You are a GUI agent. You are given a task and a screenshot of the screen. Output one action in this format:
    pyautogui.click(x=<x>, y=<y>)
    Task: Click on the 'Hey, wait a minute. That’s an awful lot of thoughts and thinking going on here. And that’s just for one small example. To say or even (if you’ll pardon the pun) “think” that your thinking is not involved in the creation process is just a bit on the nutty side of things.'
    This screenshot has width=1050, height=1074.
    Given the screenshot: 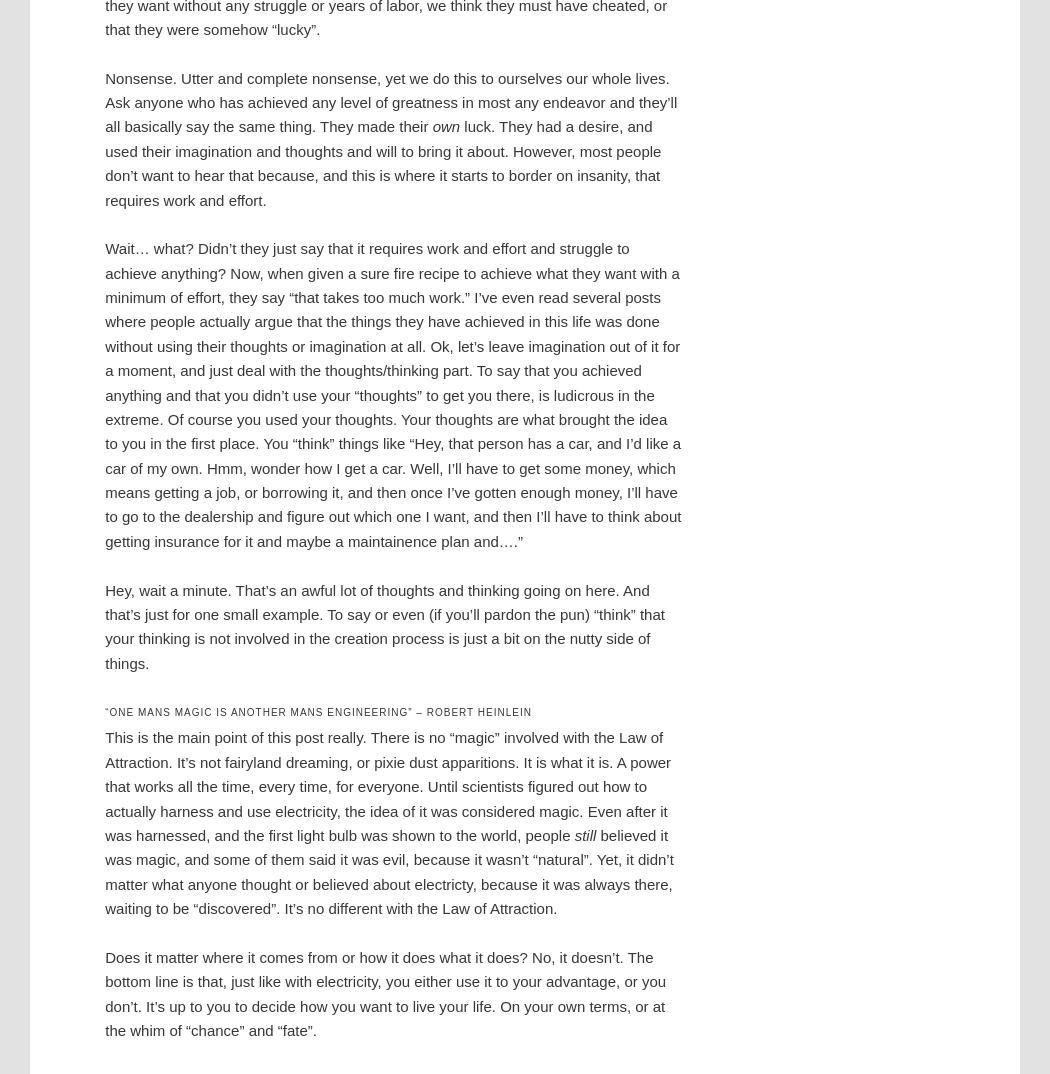 What is the action you would take?
    pyautogui.click(x=105, y=626)
    